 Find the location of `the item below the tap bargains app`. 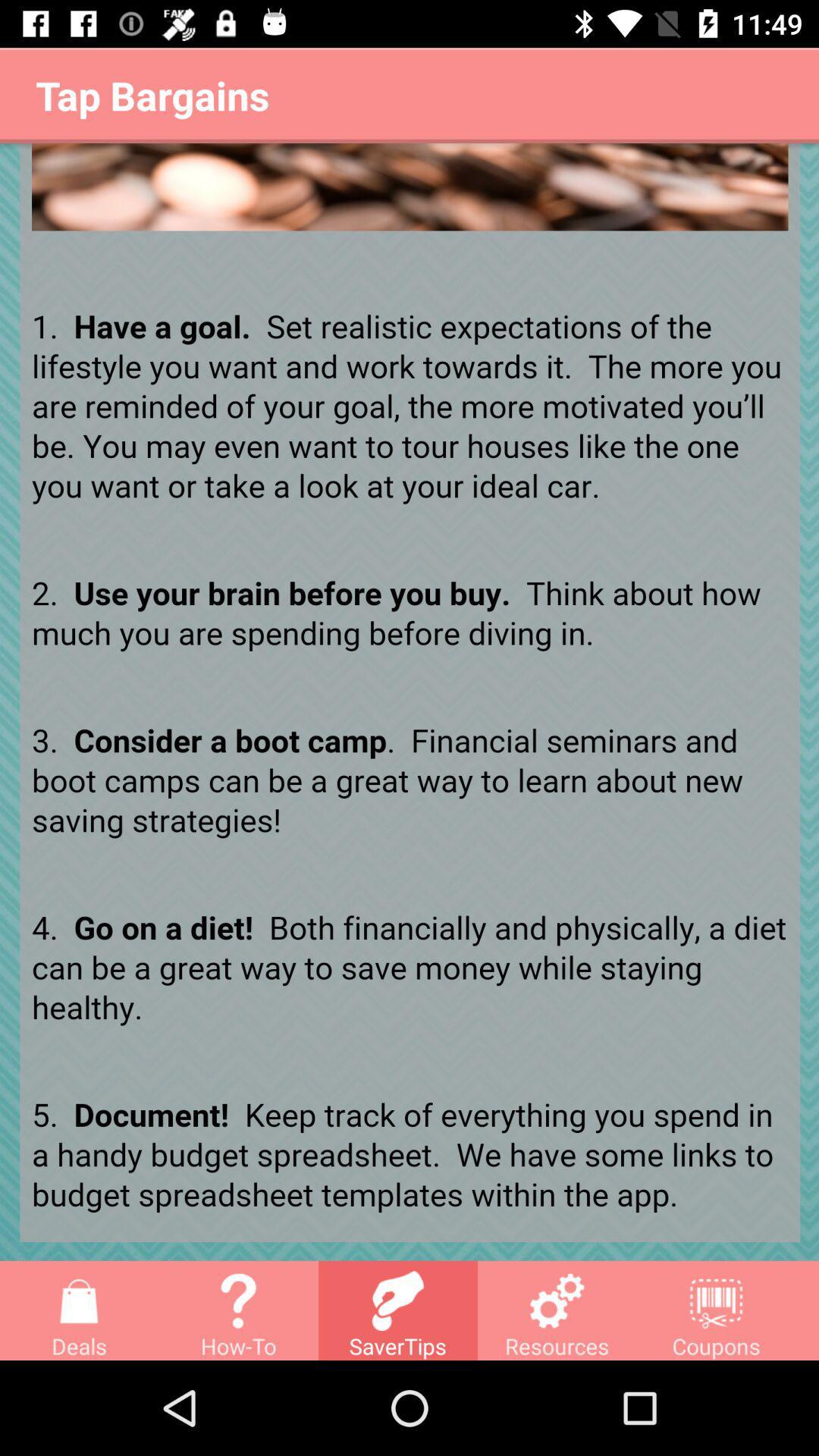

the item below the tap bargains app is located at coordinates (409, 701).